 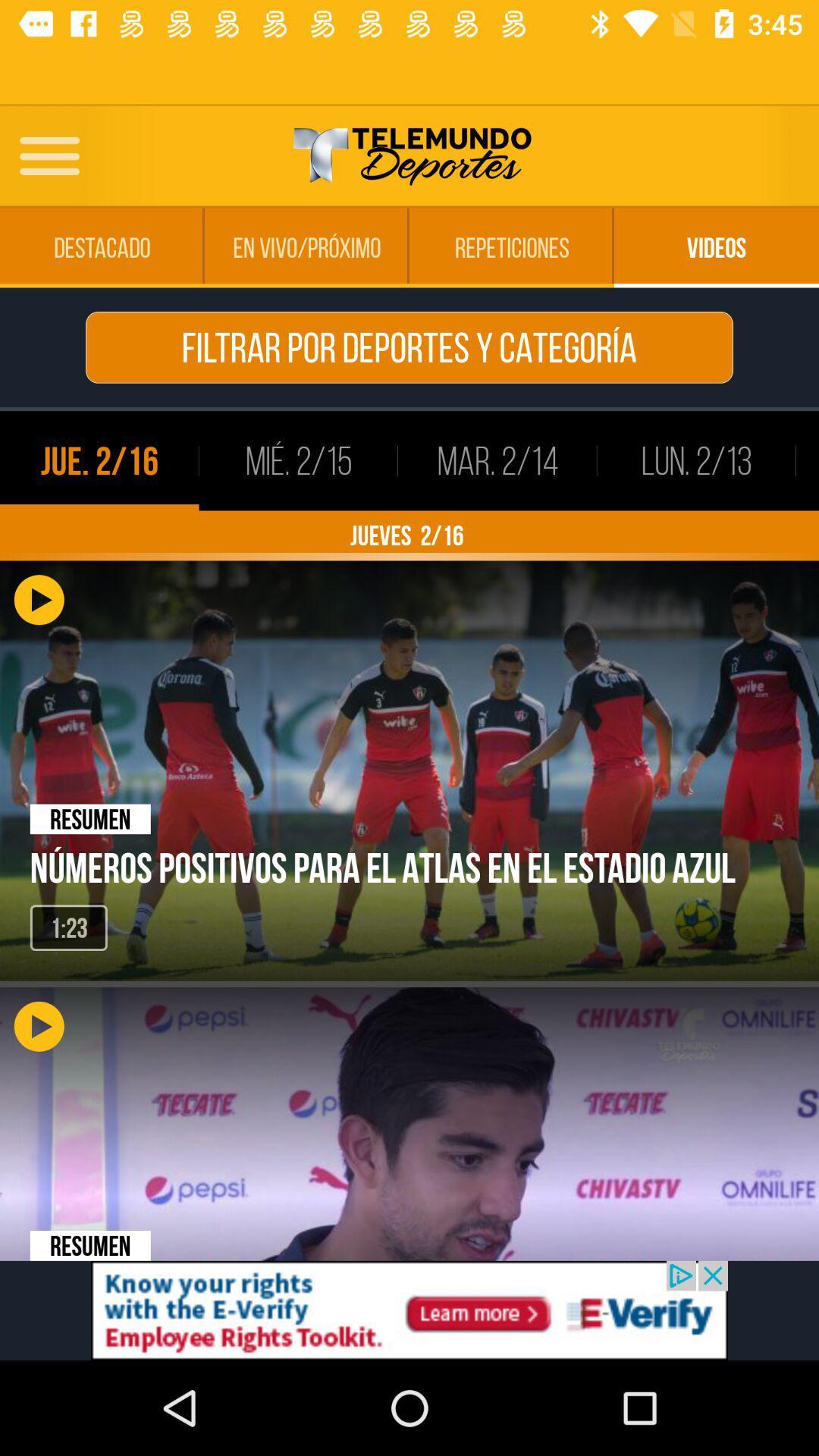 I want to click on open advertisement, so click(x=409, y=1310).